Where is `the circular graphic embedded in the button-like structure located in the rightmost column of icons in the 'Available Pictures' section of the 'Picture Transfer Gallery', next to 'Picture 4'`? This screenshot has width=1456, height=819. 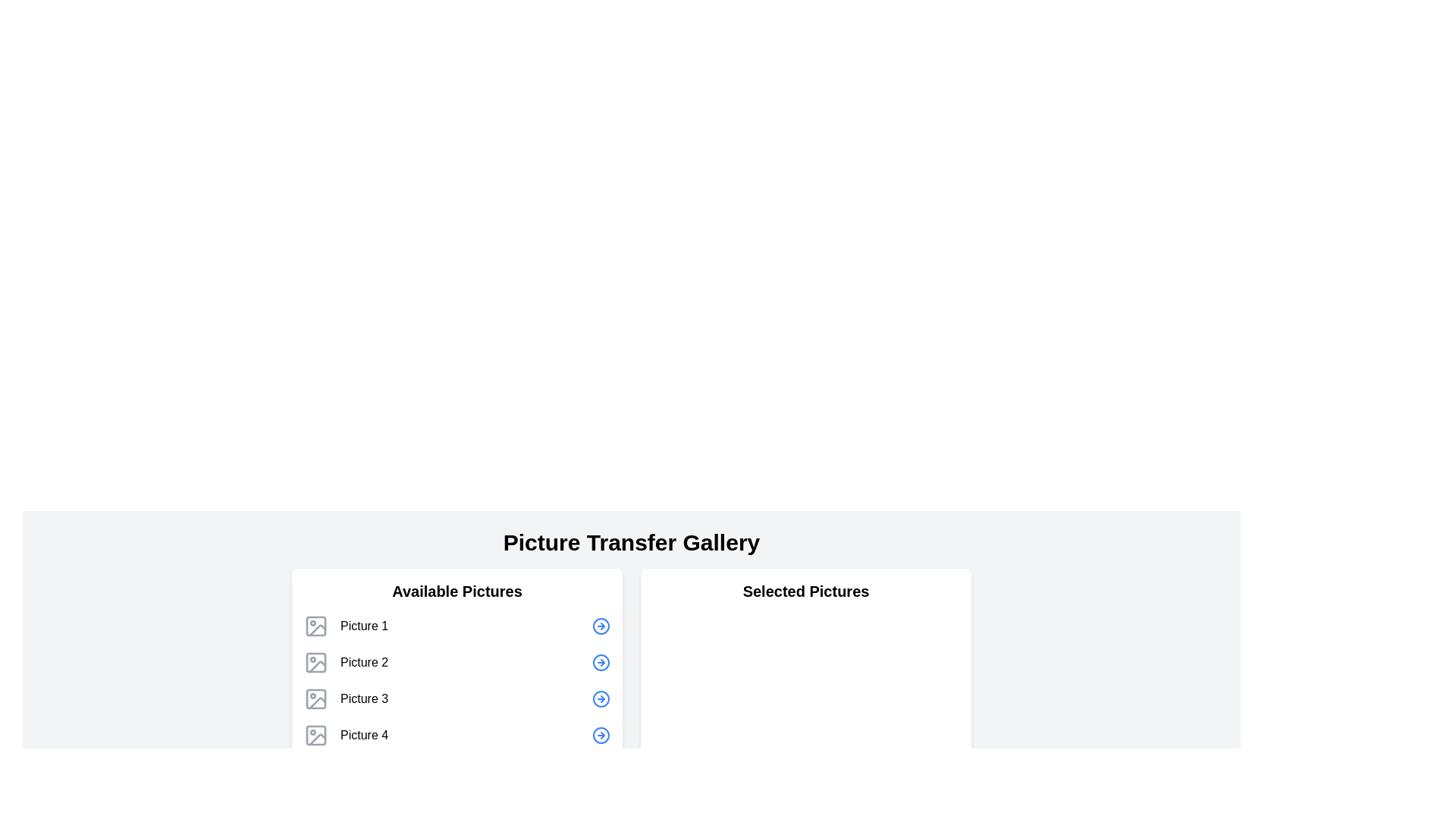
the circular graphic embedded in the button-like structure located in the rightmost column of icons in the 'Available Pictures' section of the 'Picture Transfer Gallery', next to 'Picture 4' is located at coordinates (600, 734).